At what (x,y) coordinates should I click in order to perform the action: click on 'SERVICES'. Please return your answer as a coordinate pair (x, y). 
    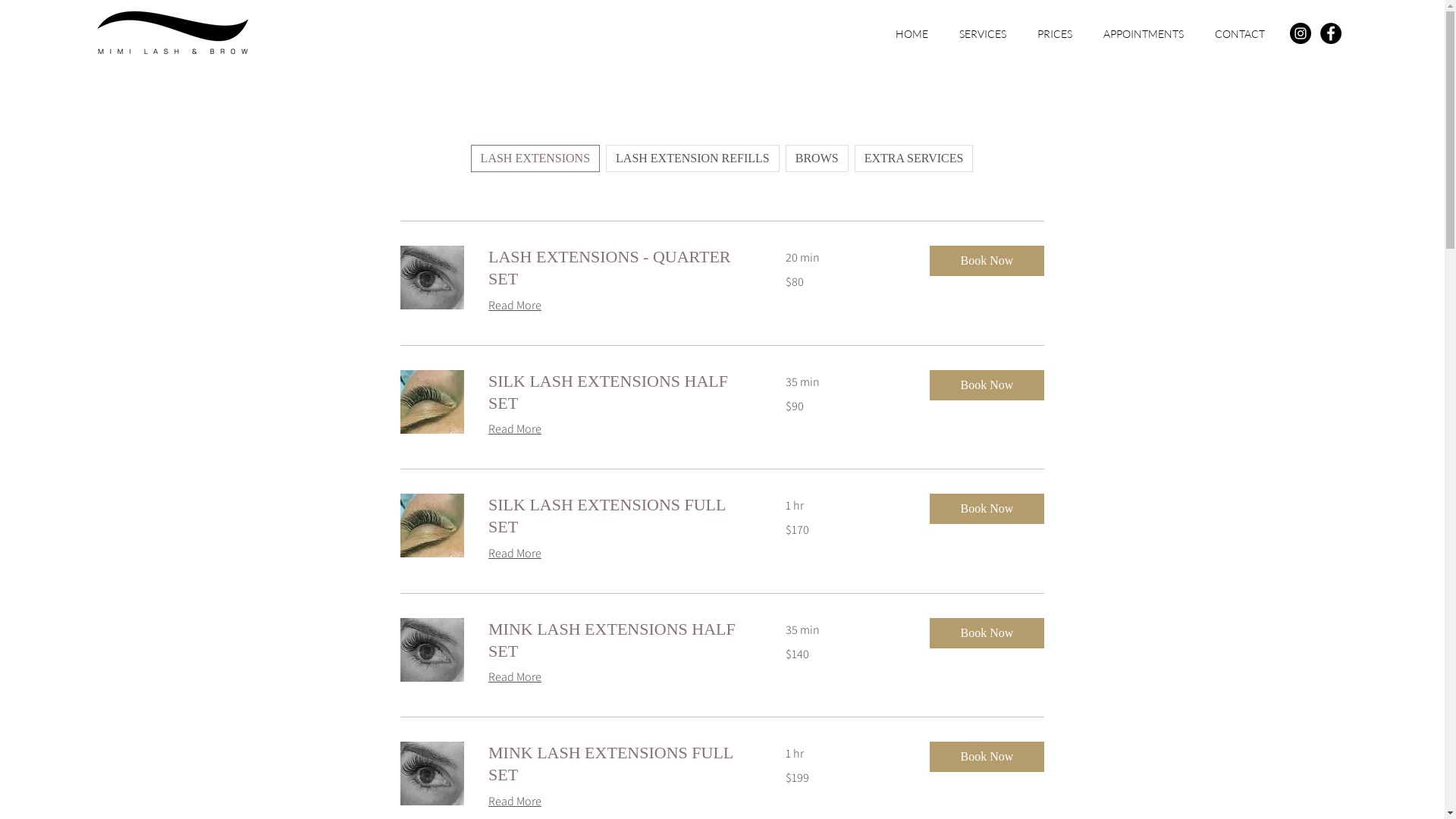
    Looking at the image, I should click on (982, 33).